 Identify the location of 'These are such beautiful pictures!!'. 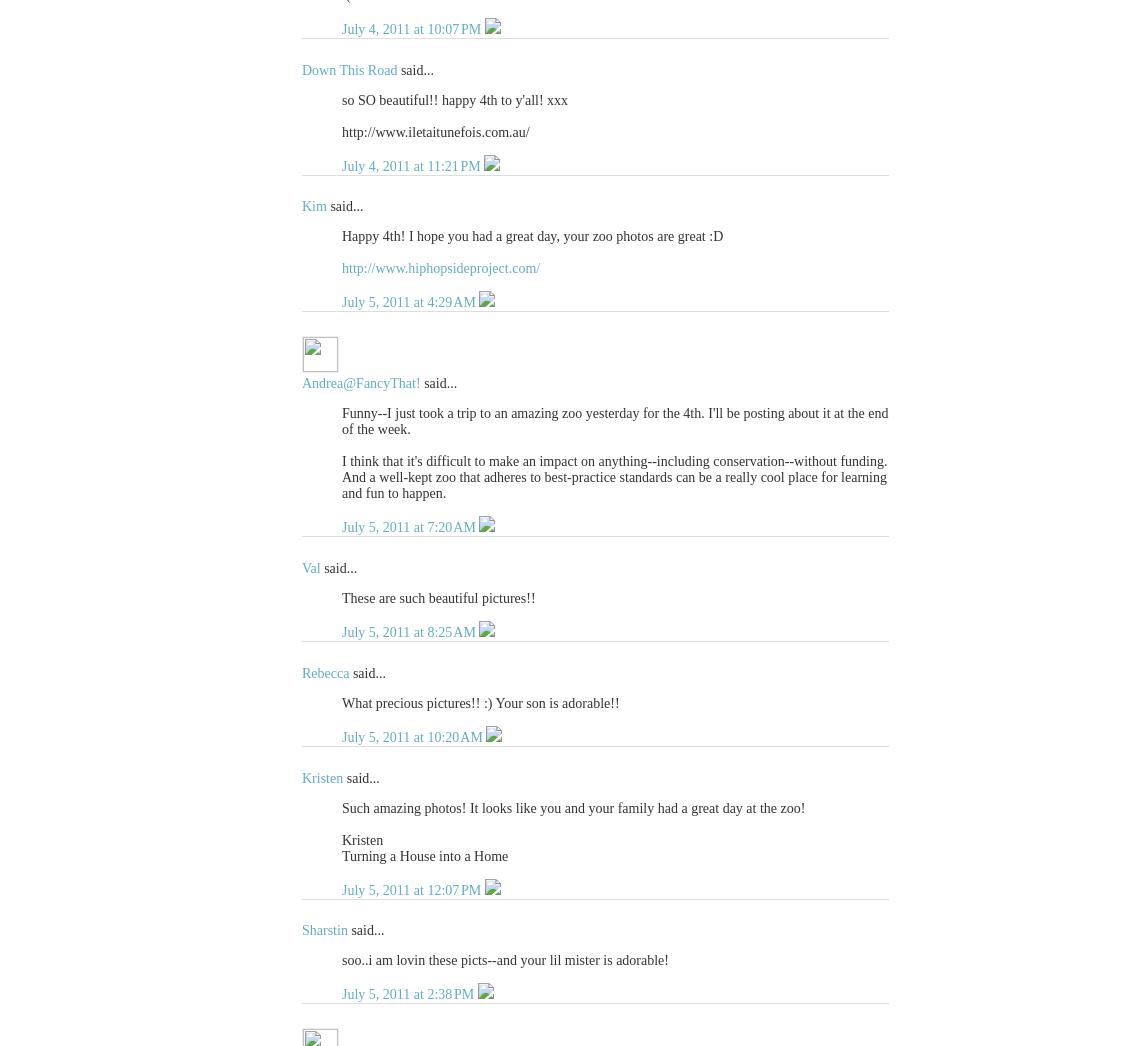
(437, 598).